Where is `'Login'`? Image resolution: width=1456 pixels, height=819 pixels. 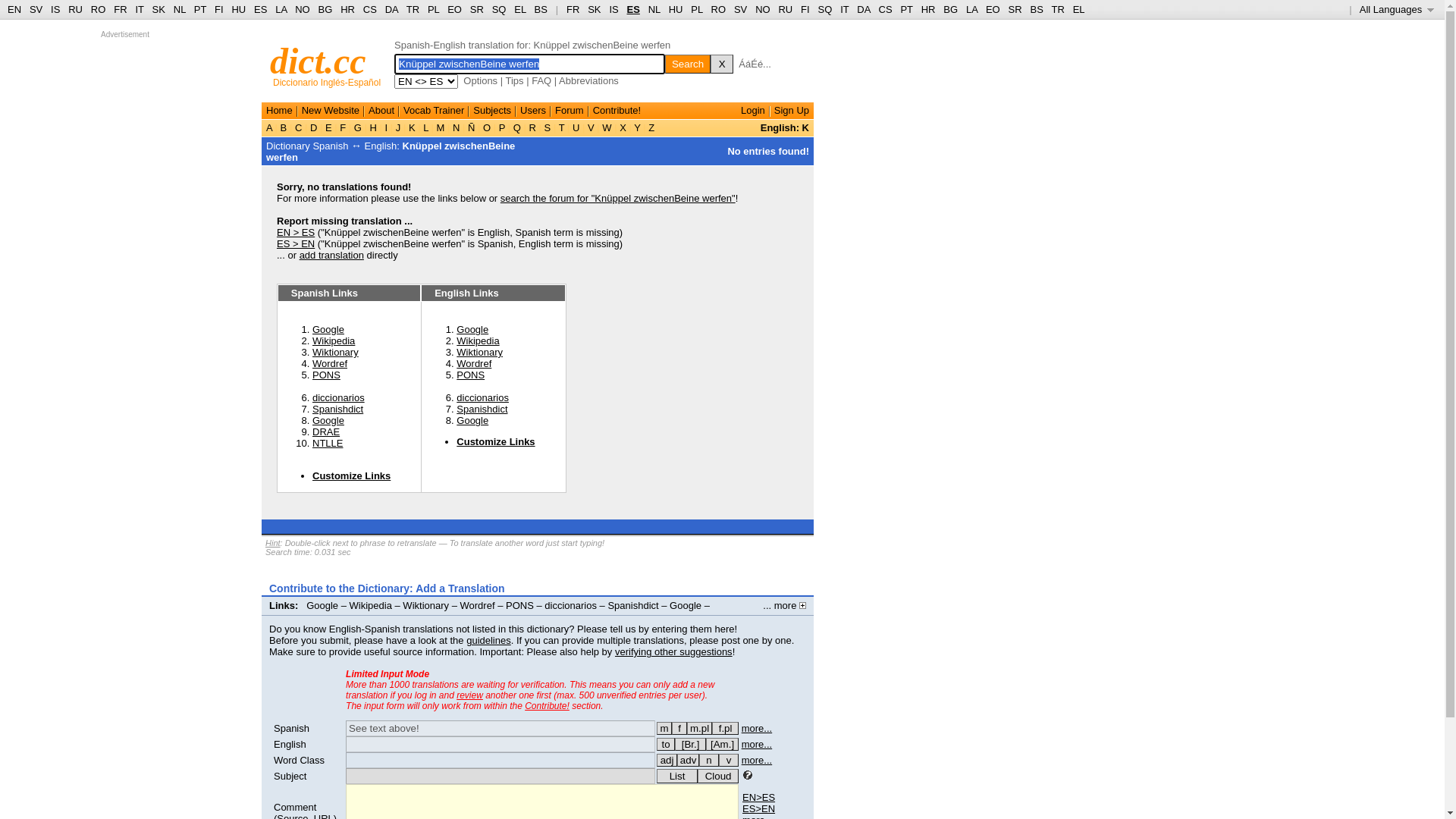 'Login' is located at coordinates (753, 109).